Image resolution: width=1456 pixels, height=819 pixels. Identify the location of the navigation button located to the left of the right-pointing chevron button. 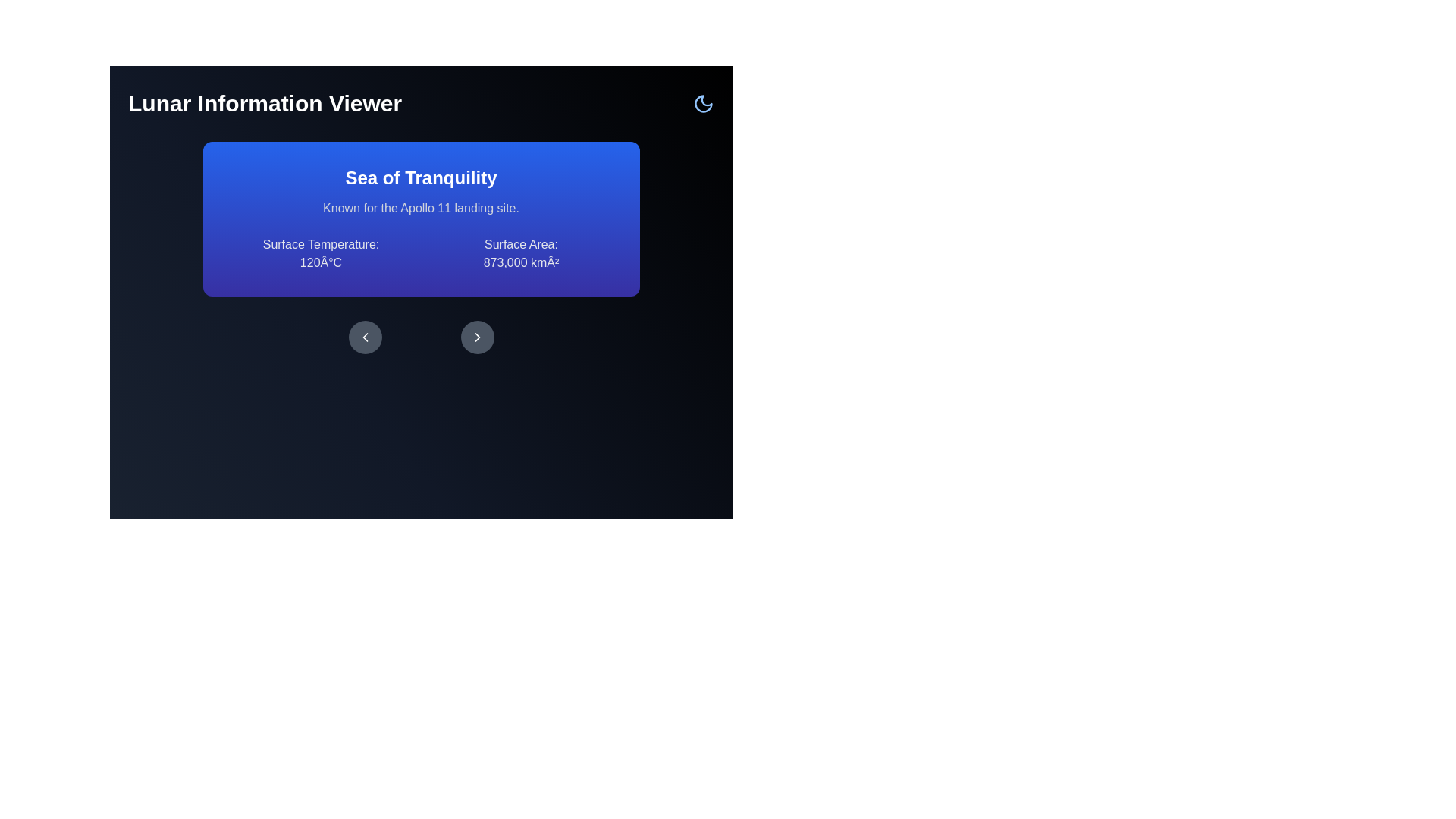
(365, 336).